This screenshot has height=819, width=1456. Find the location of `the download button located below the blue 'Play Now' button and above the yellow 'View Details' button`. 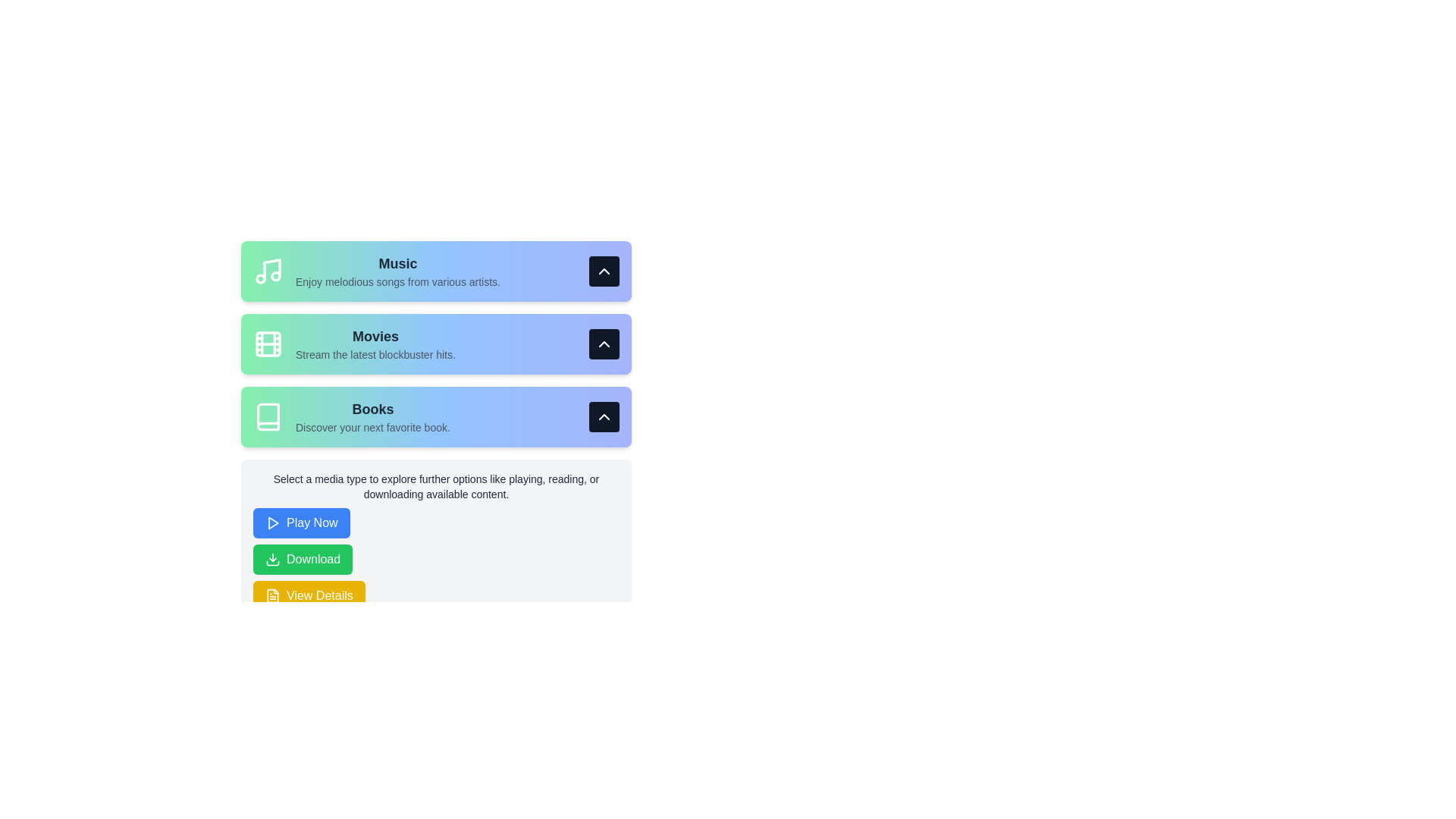

the download button located below the blue 'Play Now' button and above the yellow 'View Details' button is located at coordinates (303, 559).